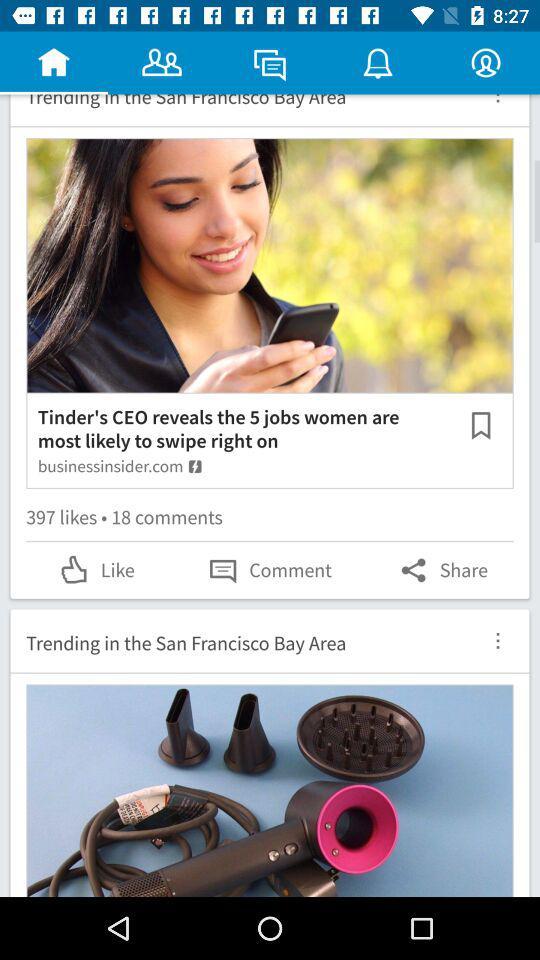  Describe the element at coordinates (480, 425) in the screenshot. I see `the item next to the tinder s ceo` at that location.